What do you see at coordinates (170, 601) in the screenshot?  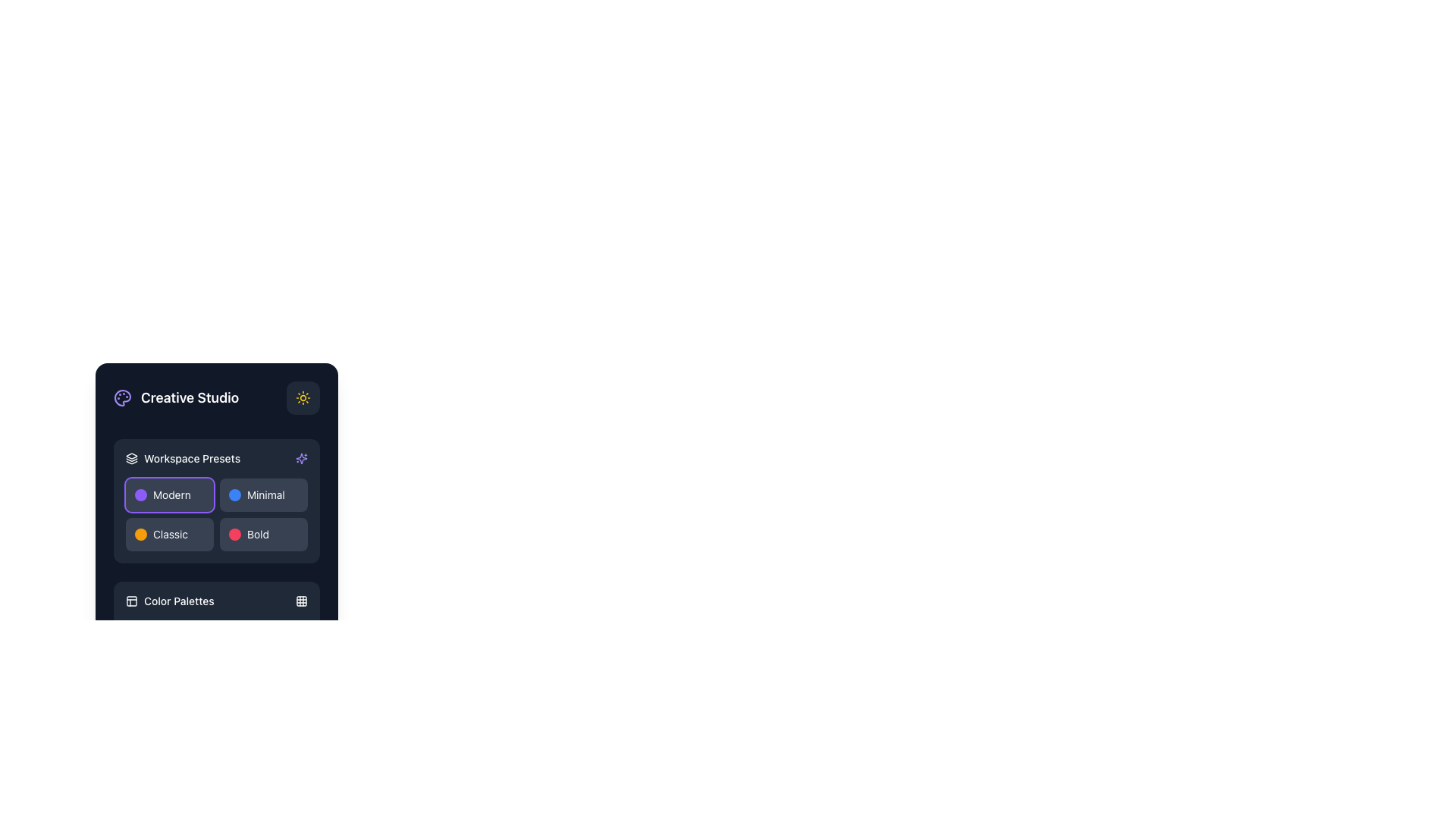 I see `the 'Color Palettes' label with a layout grid icon on a dark background` at bounding box center [170, 601].